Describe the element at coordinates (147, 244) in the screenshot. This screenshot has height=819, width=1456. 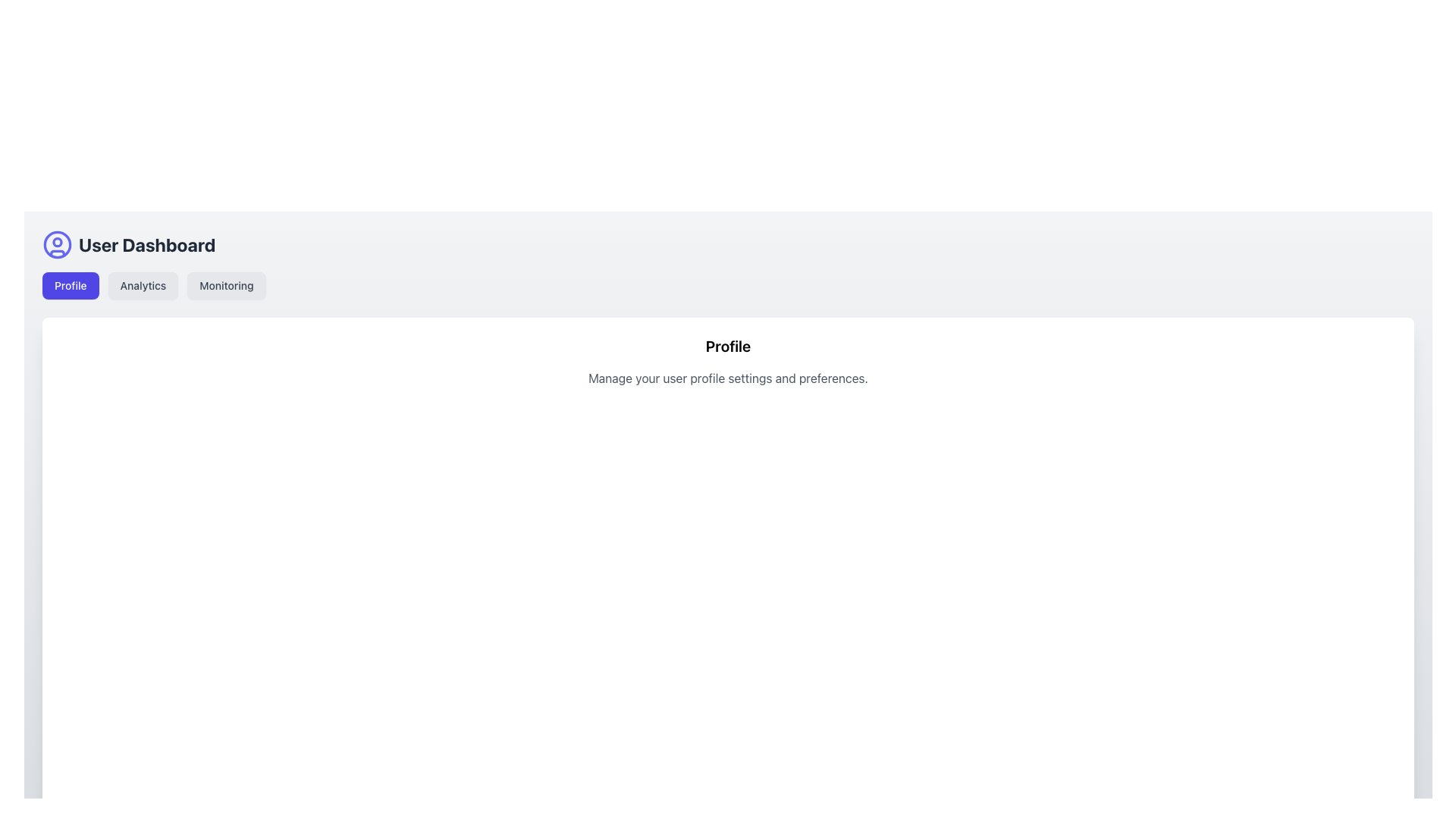
I see `the text label displaying 'User Dashboard', which is styled in large bold font and aligned to the right of a user profile icon in the top-left area of the interface` at that location.